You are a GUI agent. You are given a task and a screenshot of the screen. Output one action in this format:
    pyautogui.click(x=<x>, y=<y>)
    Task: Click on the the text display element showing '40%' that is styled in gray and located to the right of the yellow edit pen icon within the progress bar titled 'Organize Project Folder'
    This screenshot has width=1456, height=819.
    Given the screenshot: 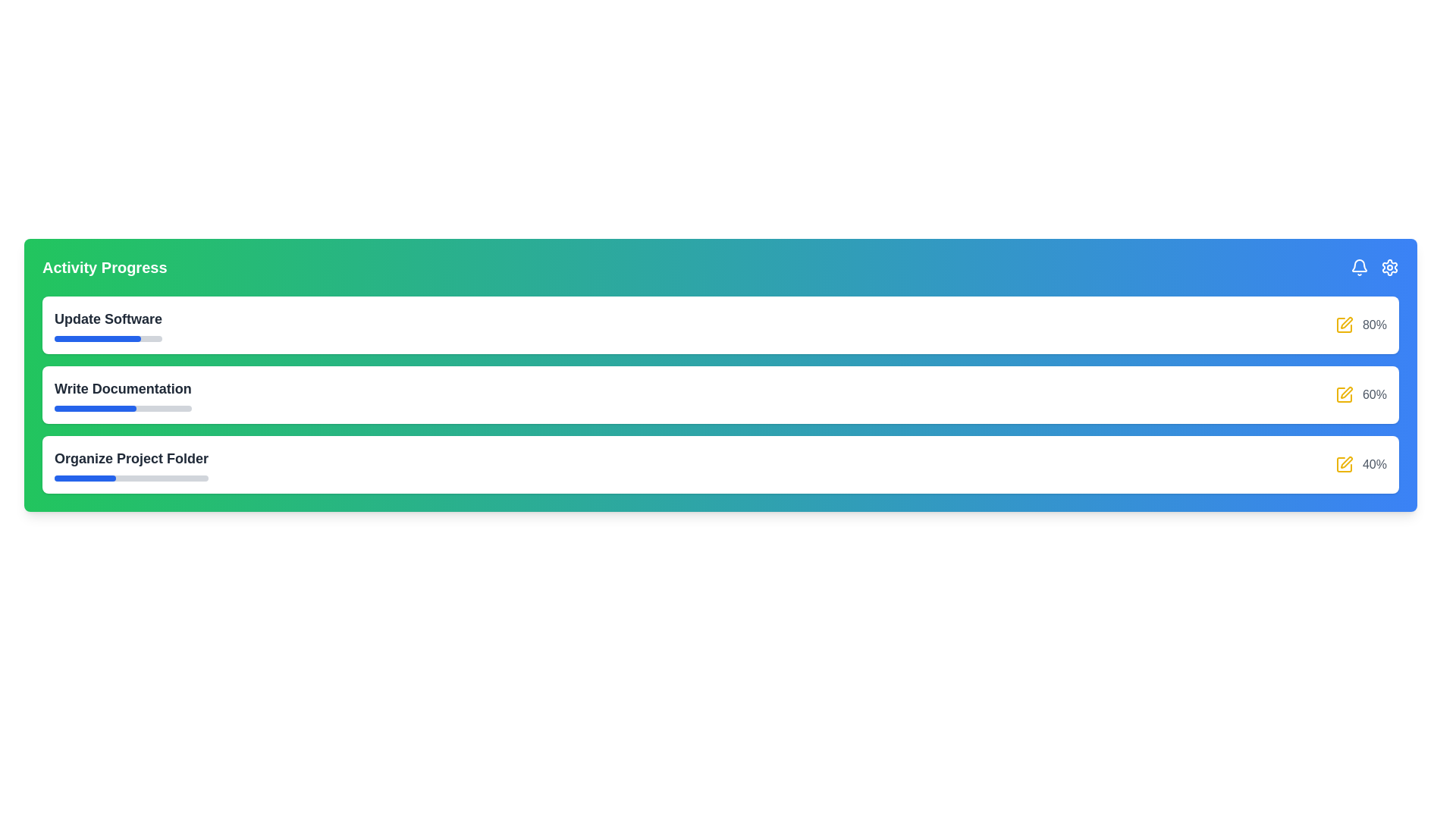 What is the action you would take?
    pyautogui.click(x=1375, y=464)
    